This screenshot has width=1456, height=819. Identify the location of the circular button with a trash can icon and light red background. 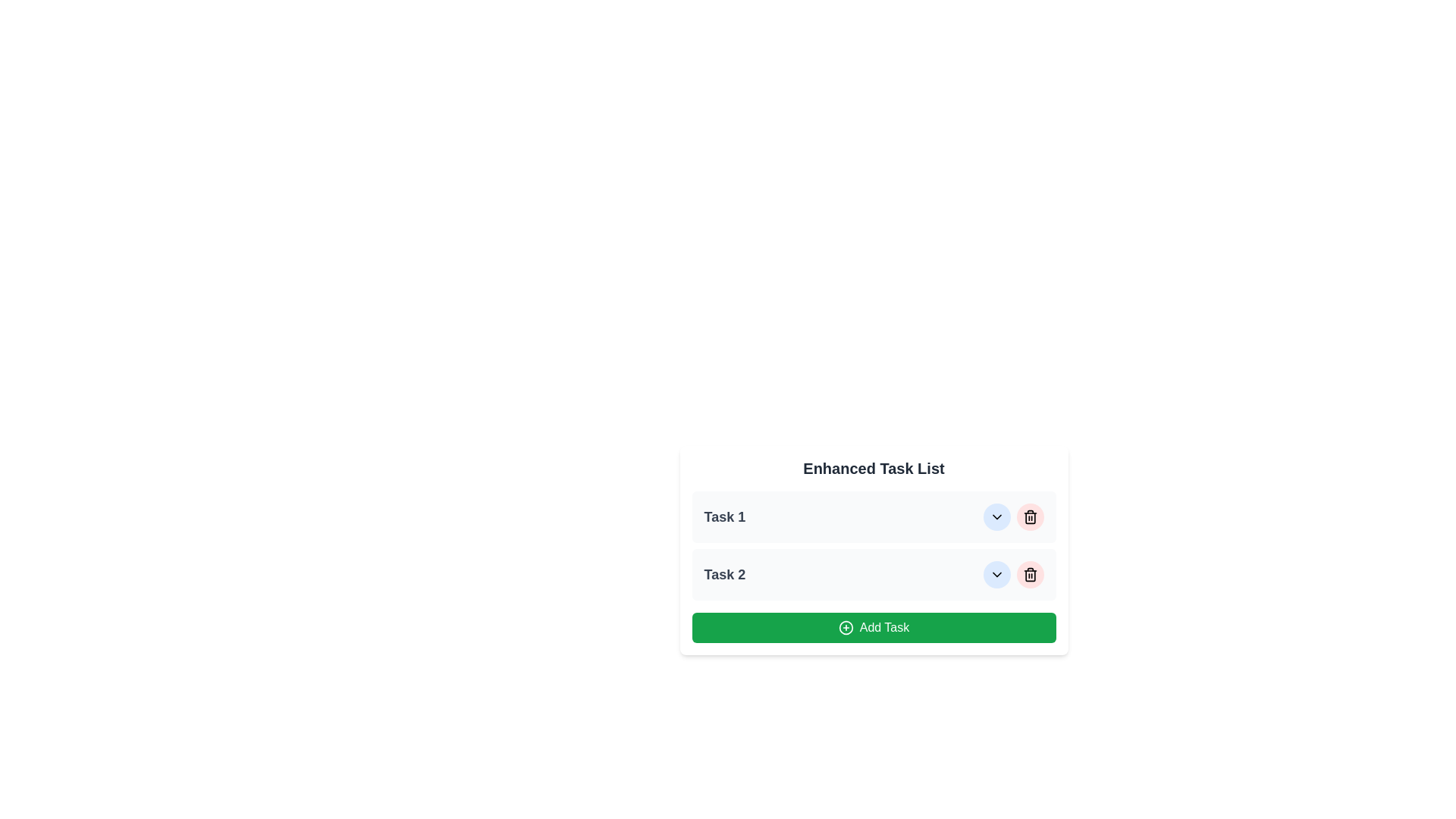
(1030, 516).